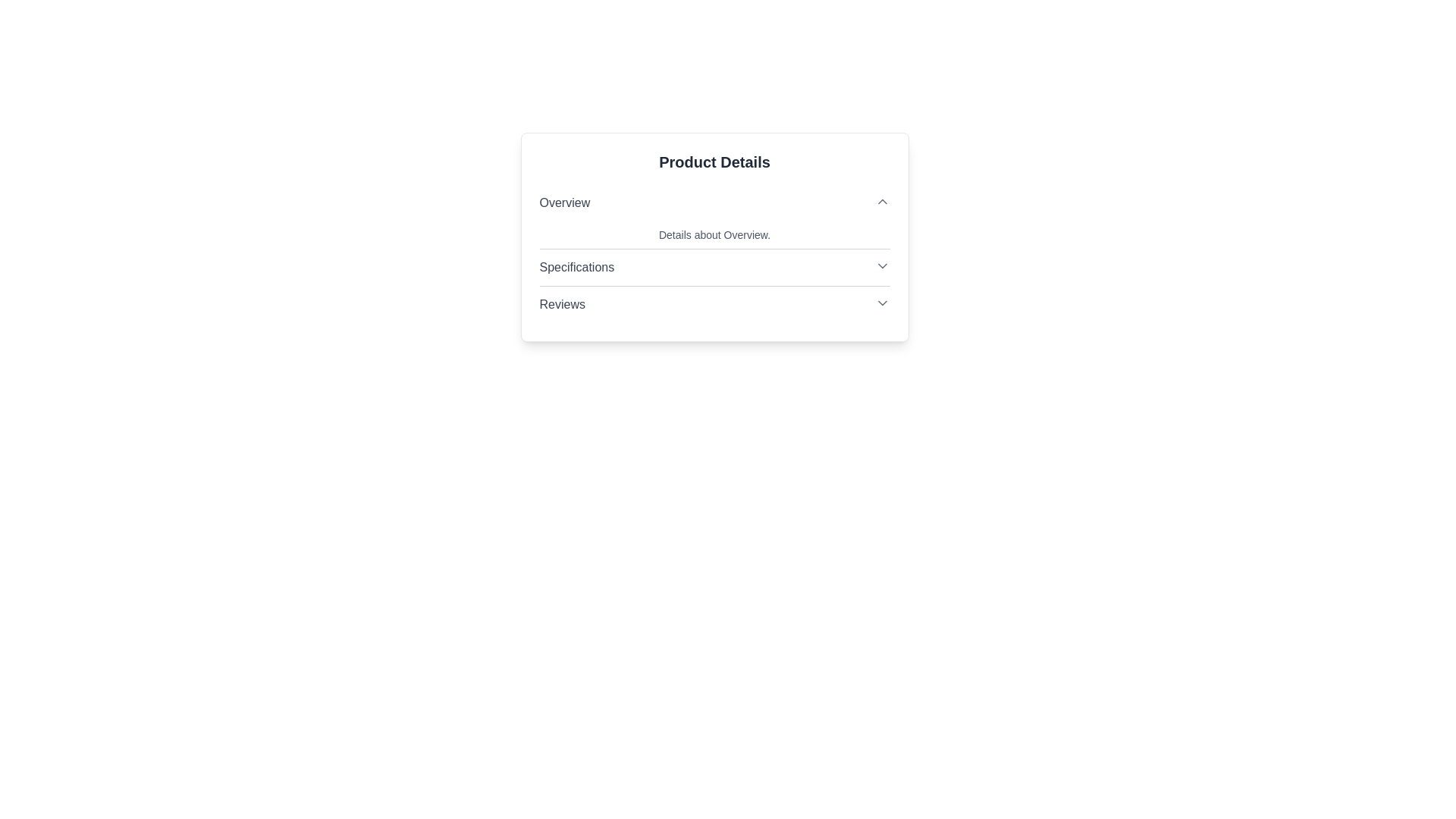 The image size is (1456, 819). What do you see at coordinates (882, 201) in the screenshot?
I see `the collapse icon located to the far right of the 'Overview' section header within the 'Product Details' panel to hide the section contents` at bounding box center [882, 201].